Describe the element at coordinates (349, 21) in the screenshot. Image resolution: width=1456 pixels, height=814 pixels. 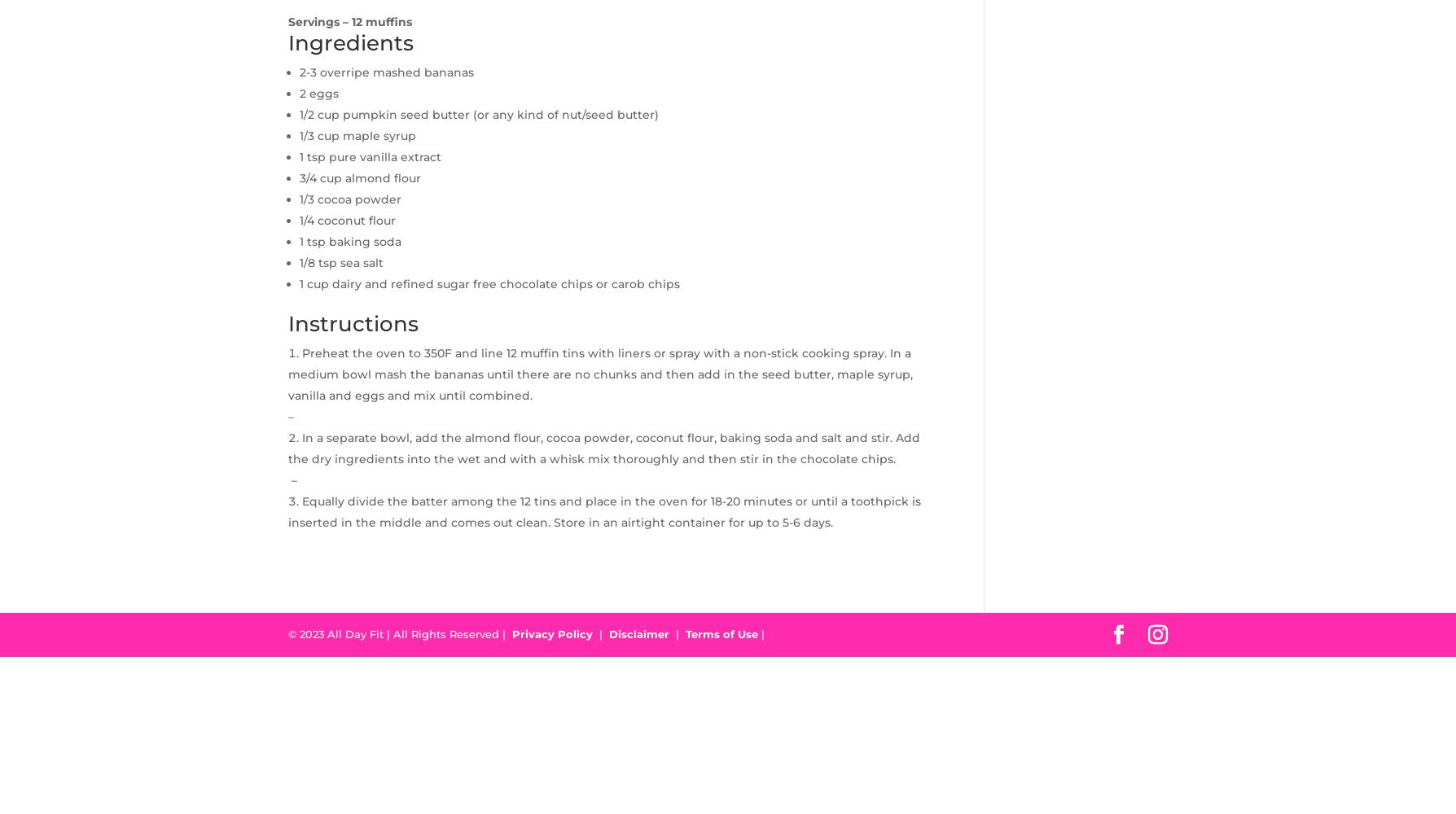
I see `'Servings – 12 muffins'` at that location.